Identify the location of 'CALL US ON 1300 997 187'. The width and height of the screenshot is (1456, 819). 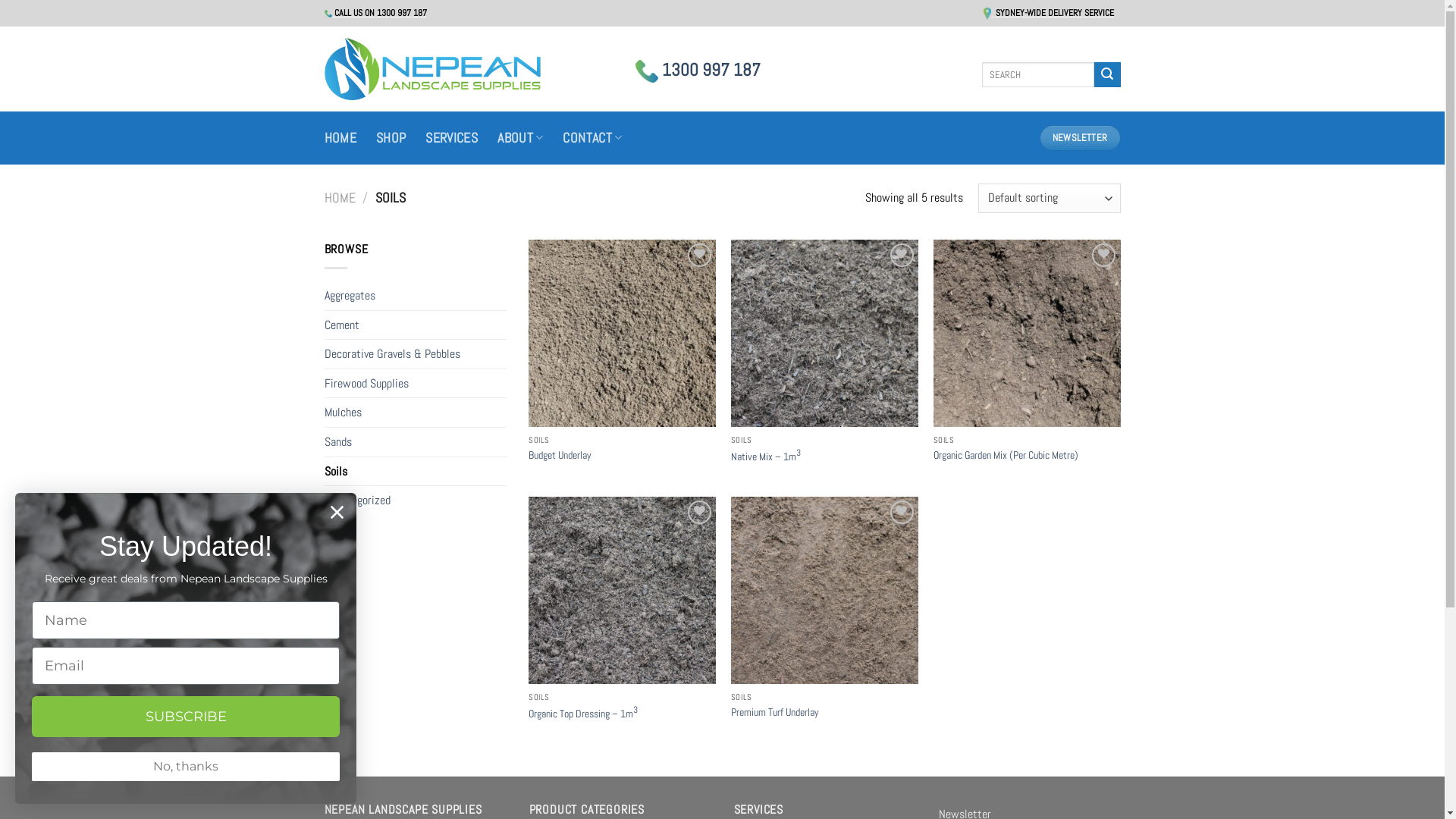
(323, 12).